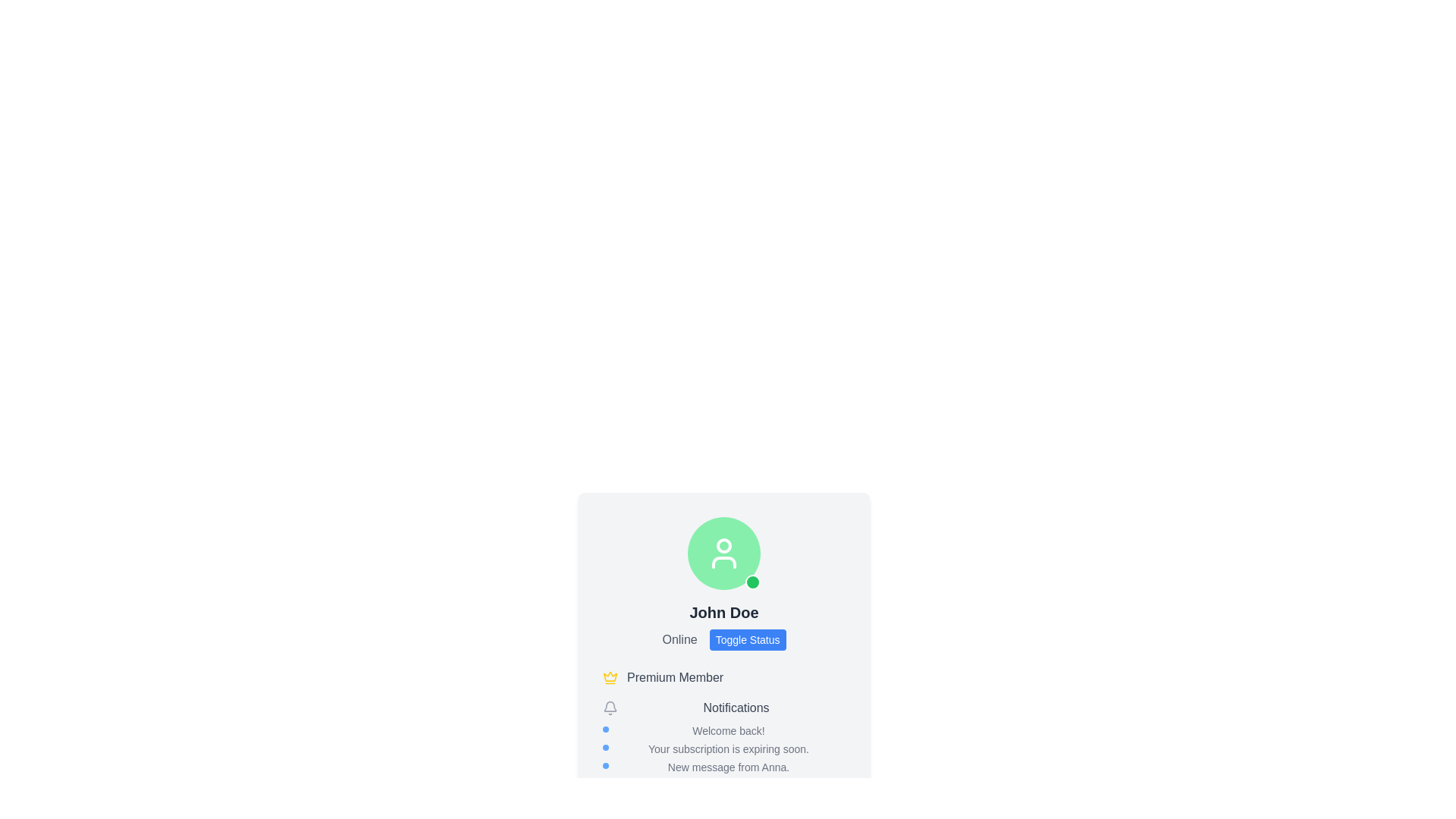 The image size is (1456, 819). Describe the element at coordinates (723, 730) in the screenshot. I see `the 'Welcome back!' label with a blue circular icon, which is the first item in the notifications list` at that location.